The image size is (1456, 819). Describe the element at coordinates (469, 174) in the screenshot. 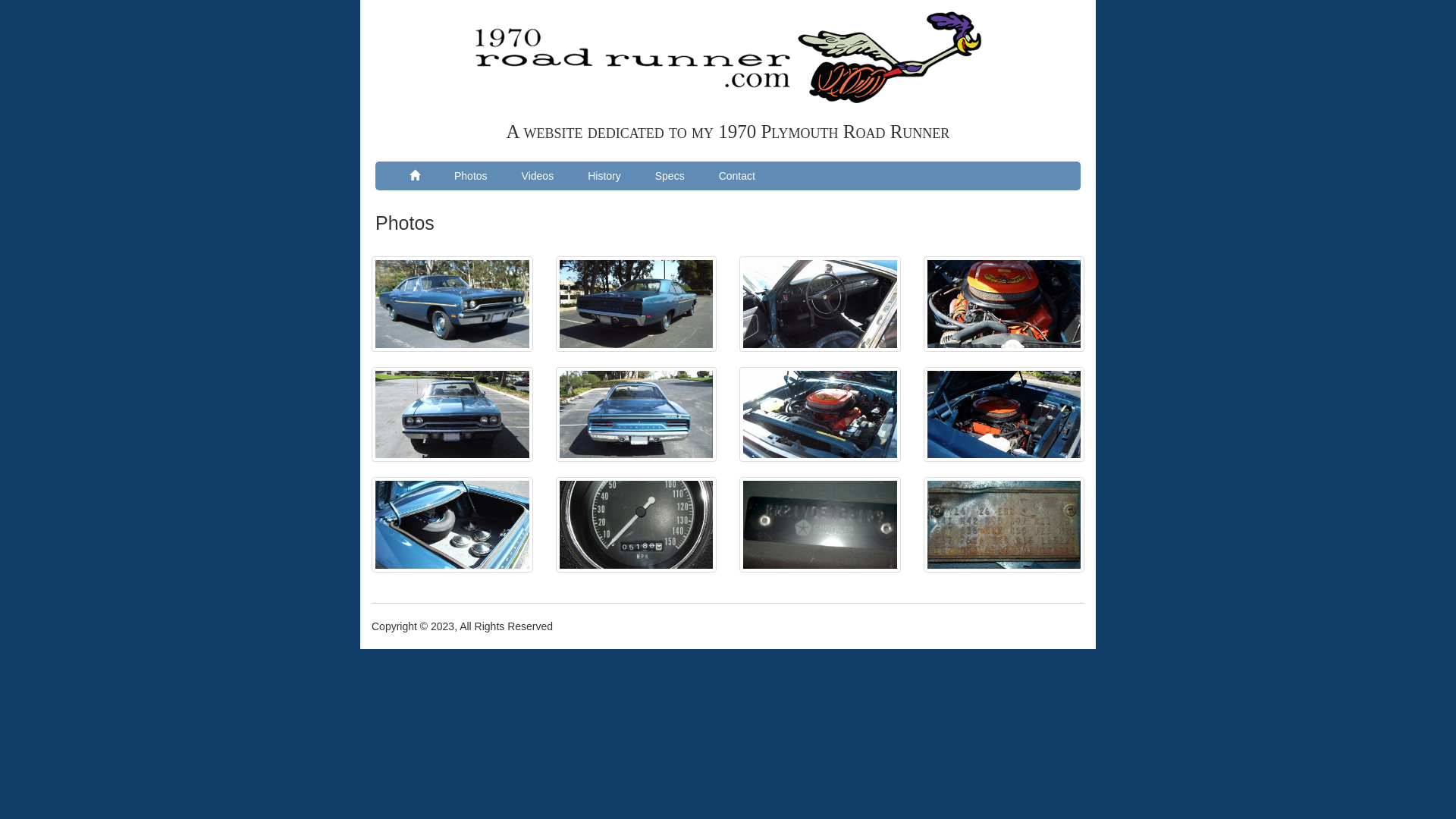

I see `'Photos'` at that location.